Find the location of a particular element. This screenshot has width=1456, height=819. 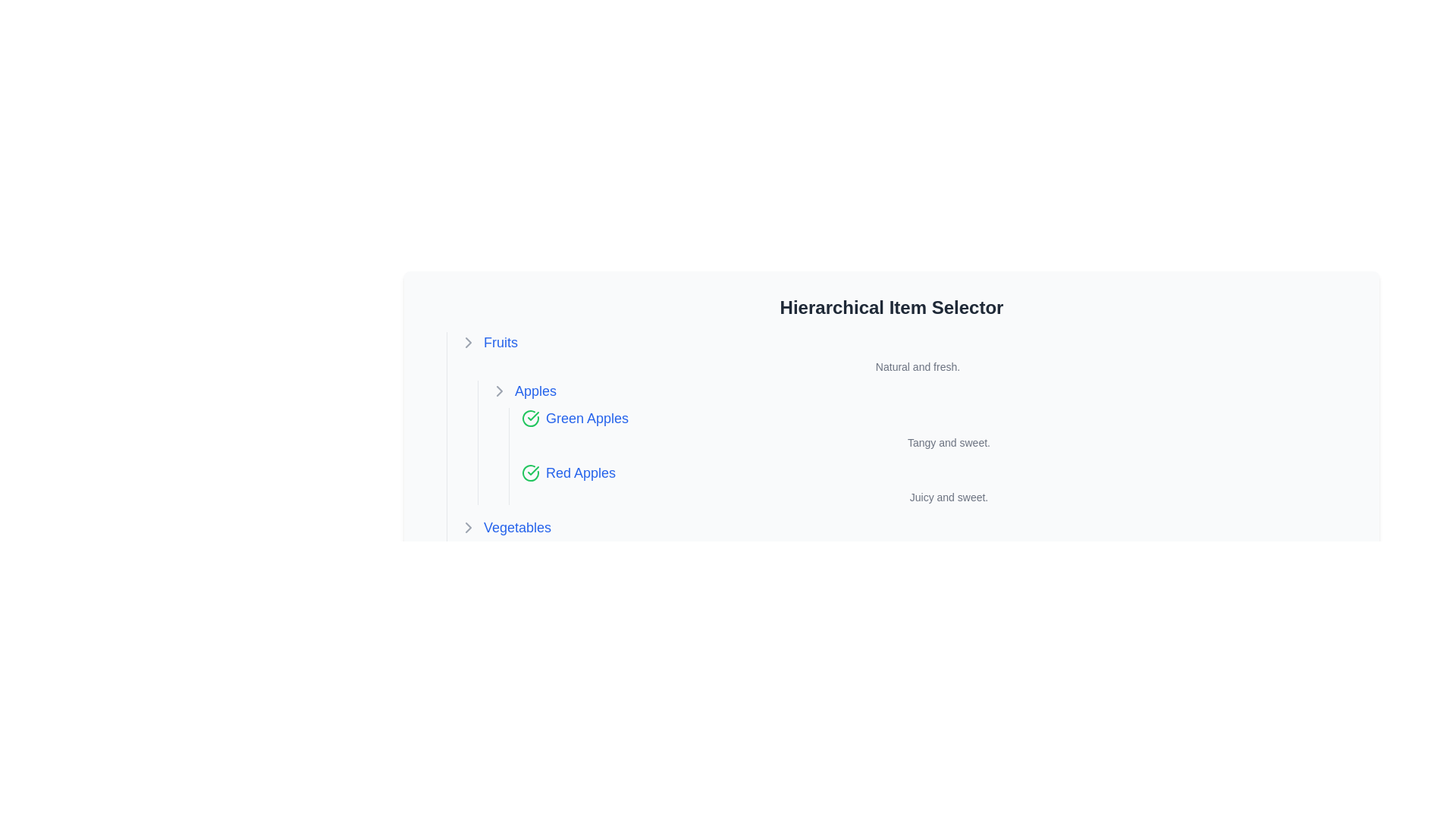

the text label representing 'Green Apples' is located at coordinates (586, 418).